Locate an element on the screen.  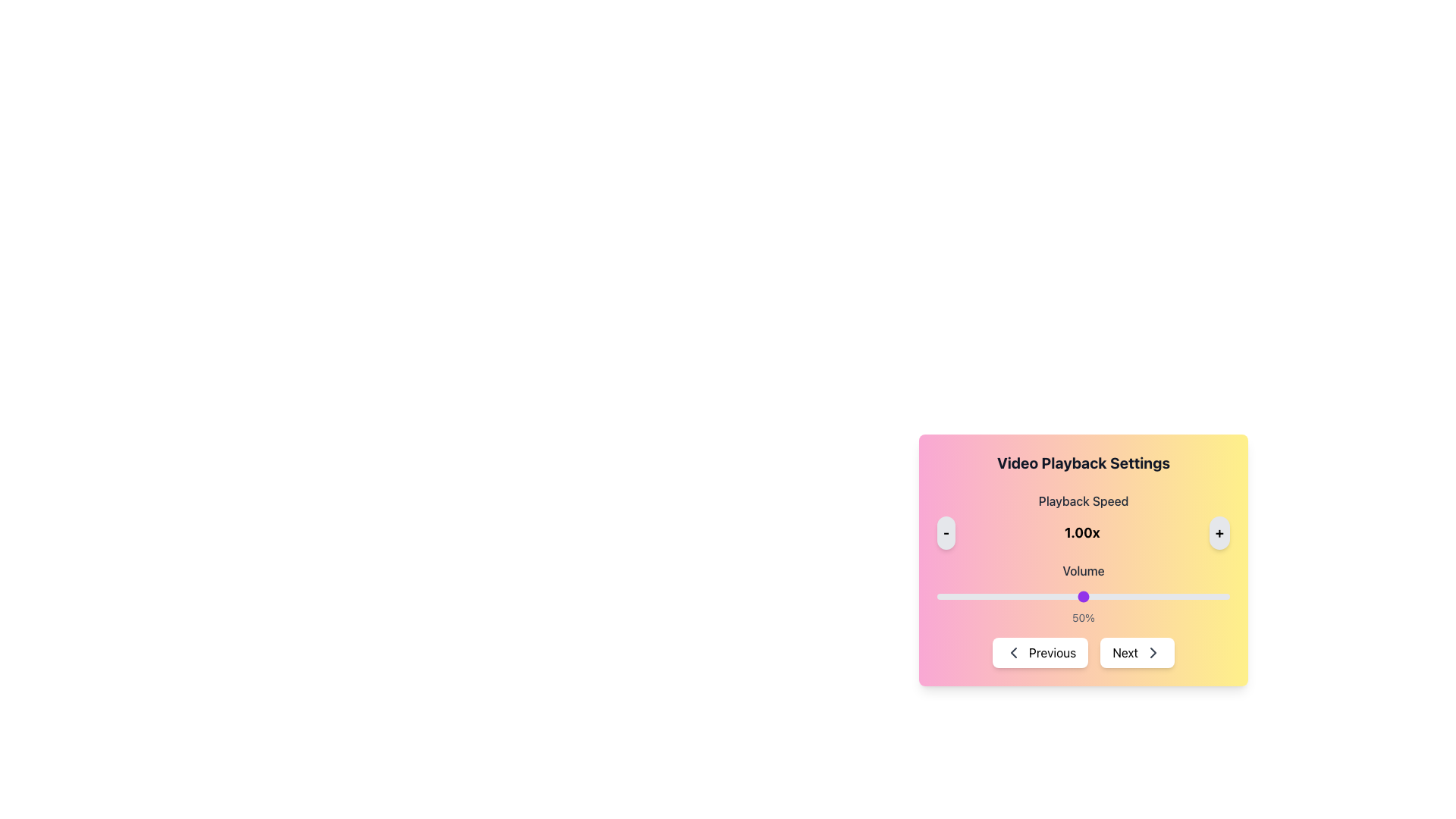
the volume is located at coordinates (1159, 595).